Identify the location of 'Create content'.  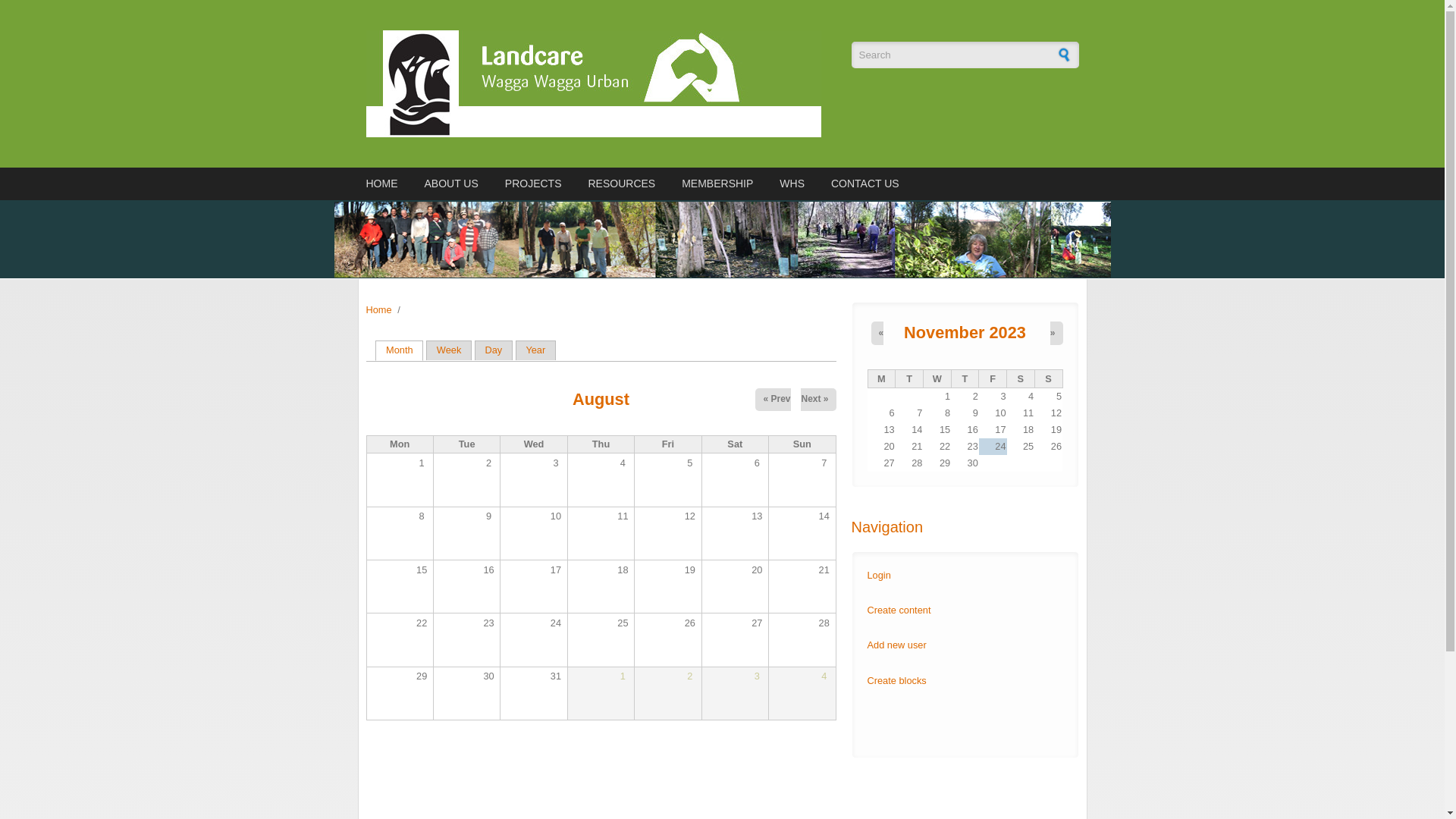
(899, 609).